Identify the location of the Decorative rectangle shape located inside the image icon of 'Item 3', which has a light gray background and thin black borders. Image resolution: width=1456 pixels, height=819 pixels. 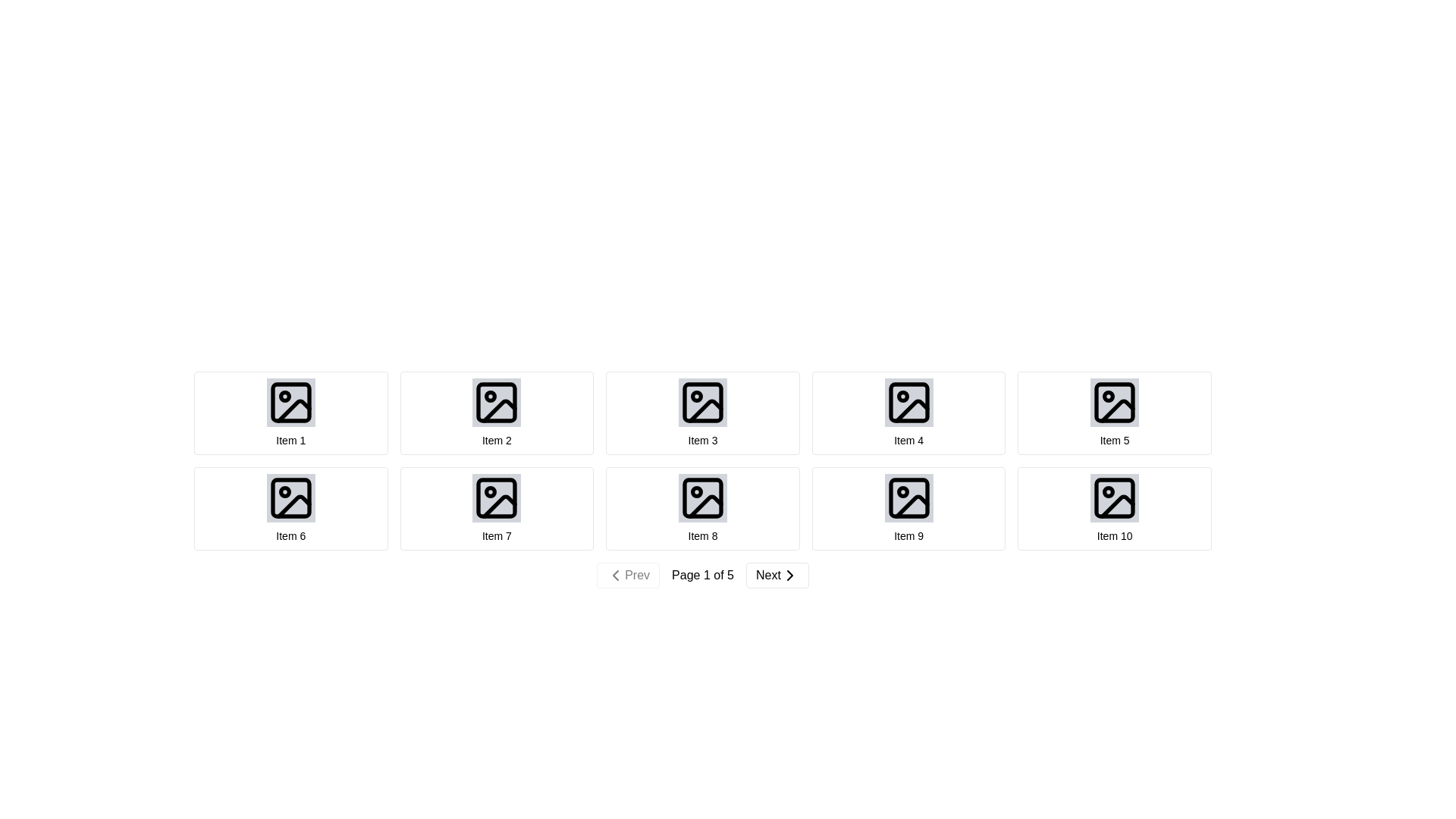
(701, 402).